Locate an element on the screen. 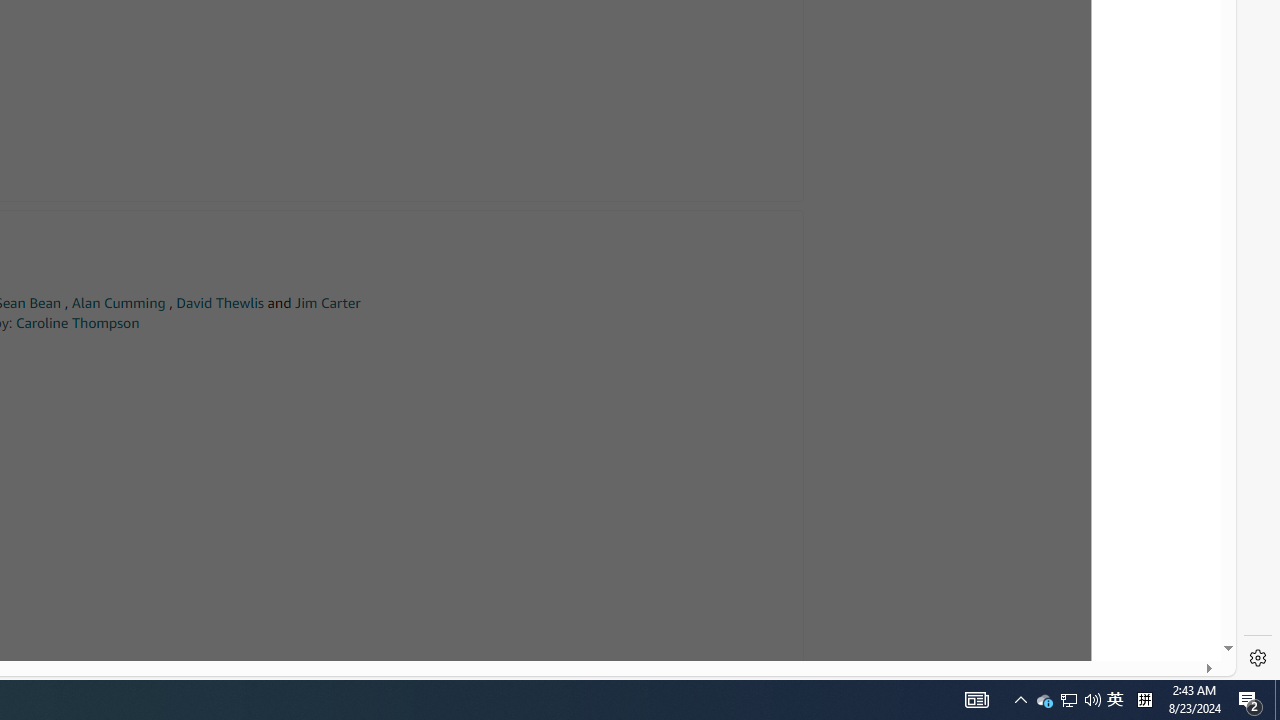 Image resolution: width=1280 pixels, height=720 pixels. 'David Thewlis' is located at coordinates (220, 303).